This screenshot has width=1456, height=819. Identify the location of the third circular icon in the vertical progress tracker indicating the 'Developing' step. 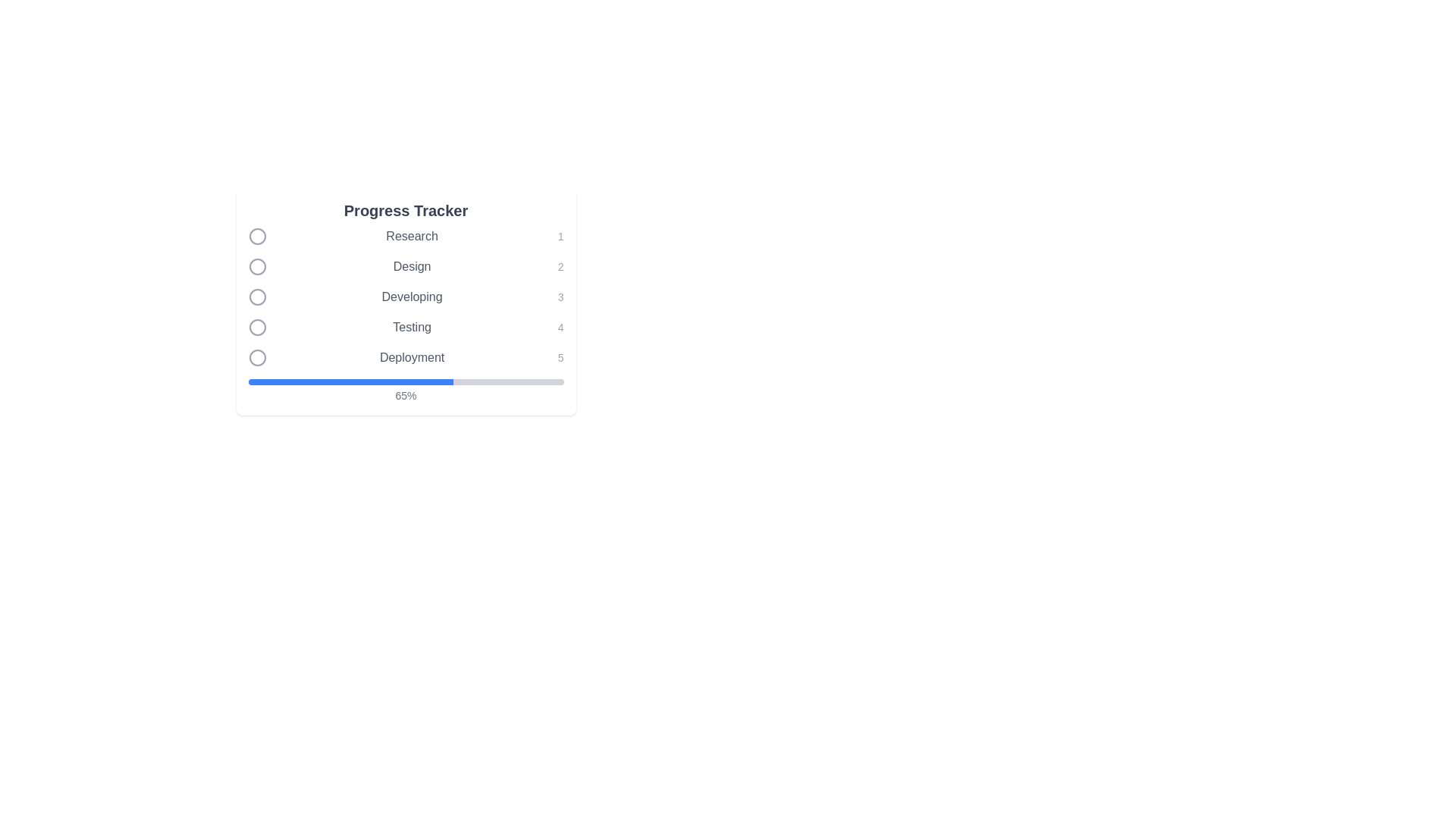
(257, 297).